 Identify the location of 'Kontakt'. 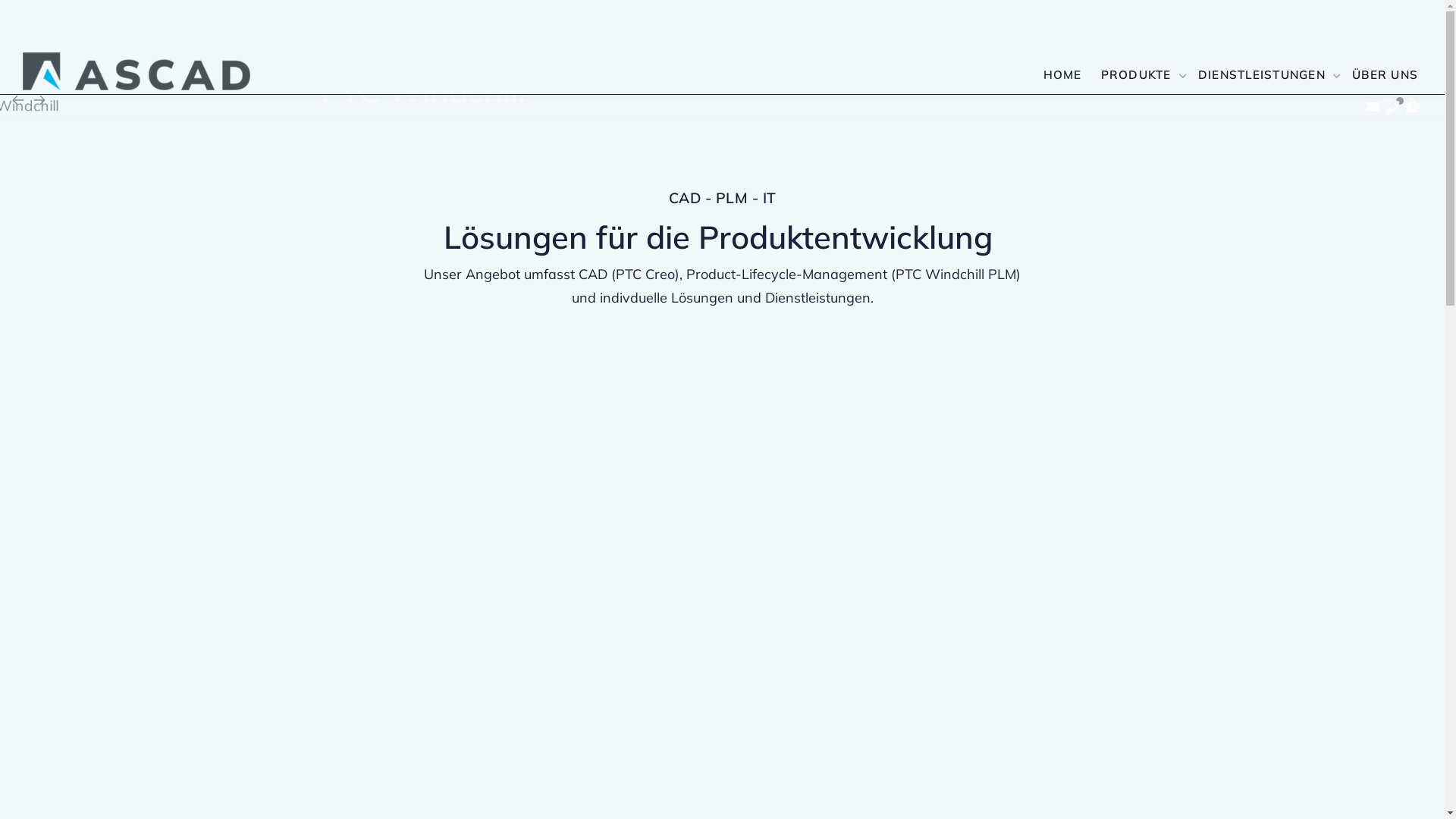
(1373, 106).